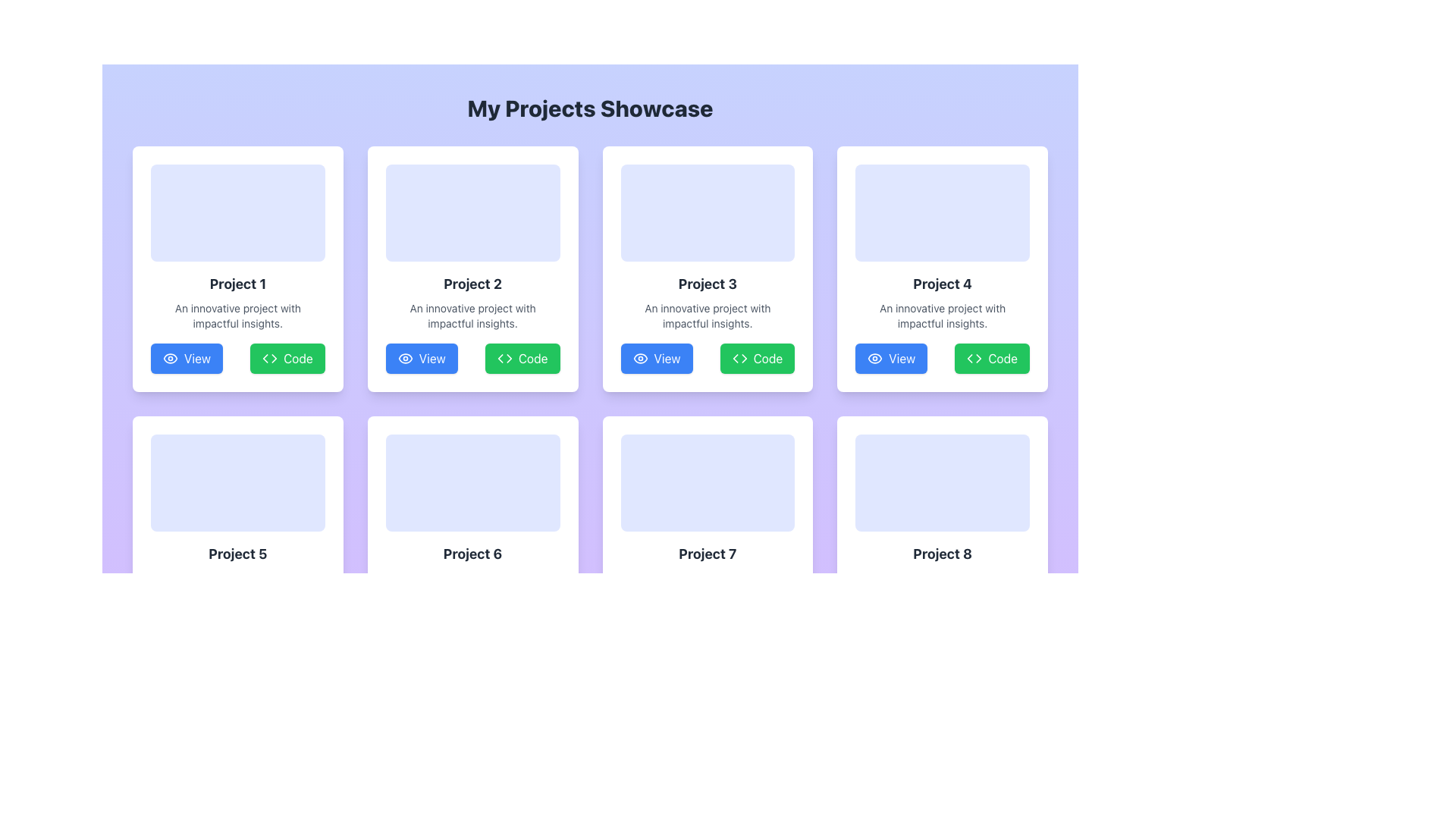 The height and width of the screenshot is (819, 1456). Describe the element at coordinates (974, 359) in the screenshot. I see `the code symbol icon embedded within the green button located in the bottom-right corner of the 'Project 4' card in the top-right corner of the grid of project cards` at that location.